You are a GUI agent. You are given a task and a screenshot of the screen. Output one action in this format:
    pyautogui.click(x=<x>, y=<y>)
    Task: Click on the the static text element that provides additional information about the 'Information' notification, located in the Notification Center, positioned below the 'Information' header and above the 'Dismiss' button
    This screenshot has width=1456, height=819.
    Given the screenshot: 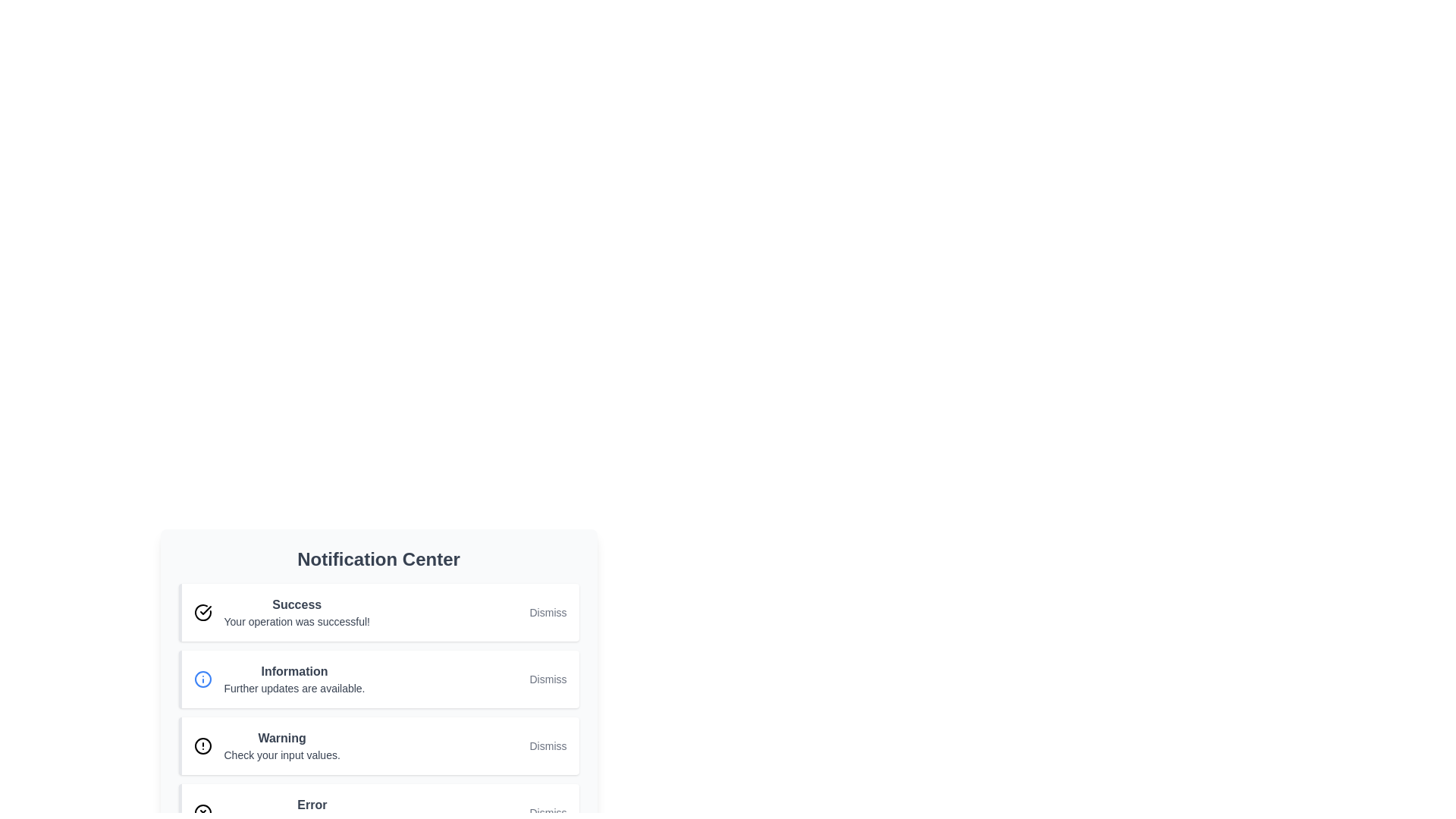 What is the action you would take?
    pyautogui.click(x=294, y=688)
    